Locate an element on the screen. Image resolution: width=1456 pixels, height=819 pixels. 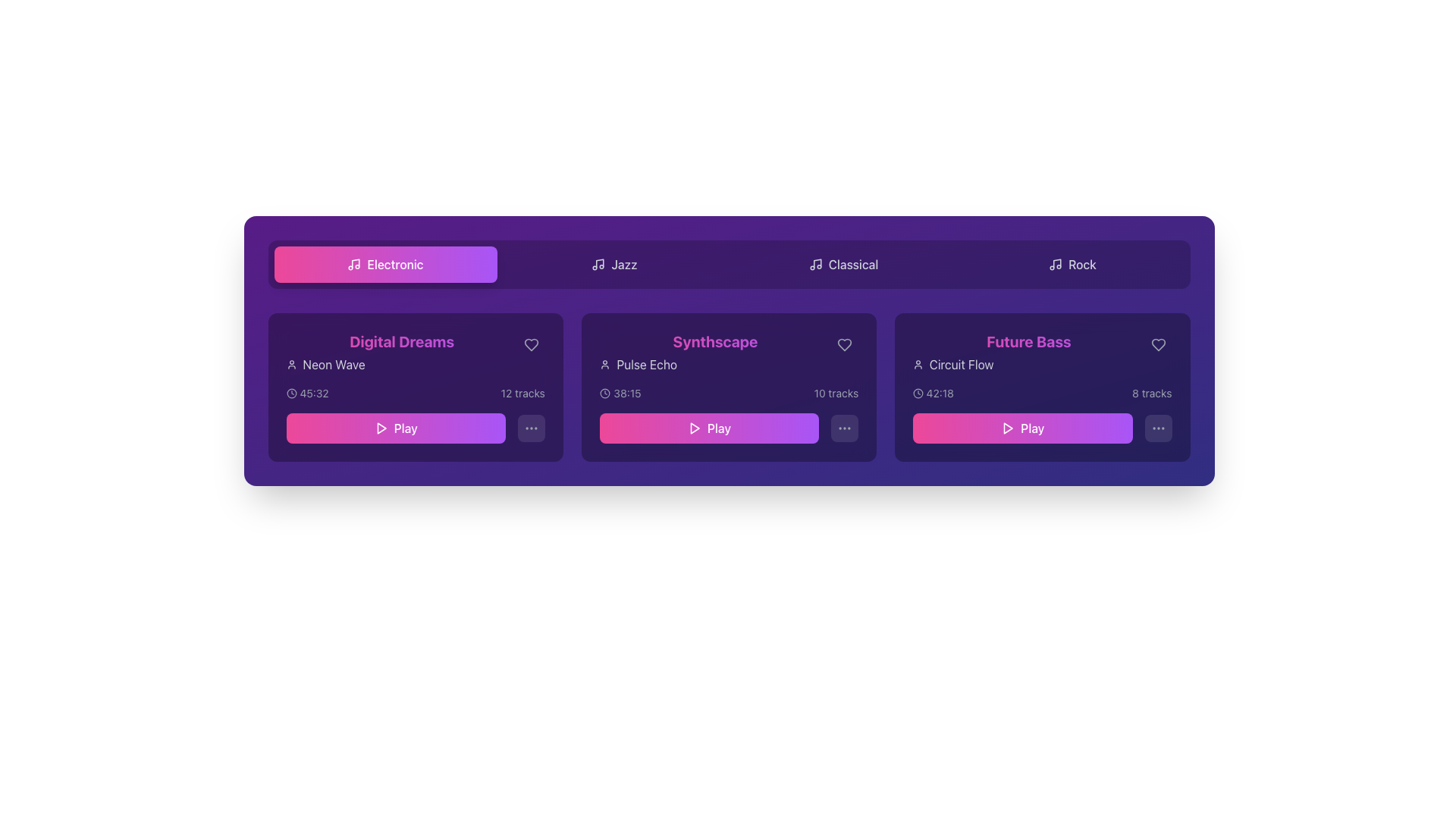
the rectangular button with rounded corners, styled with a gradient background from pink to purple, containing a white play icon and the text 'Play' is located at coordinates (396, 428).